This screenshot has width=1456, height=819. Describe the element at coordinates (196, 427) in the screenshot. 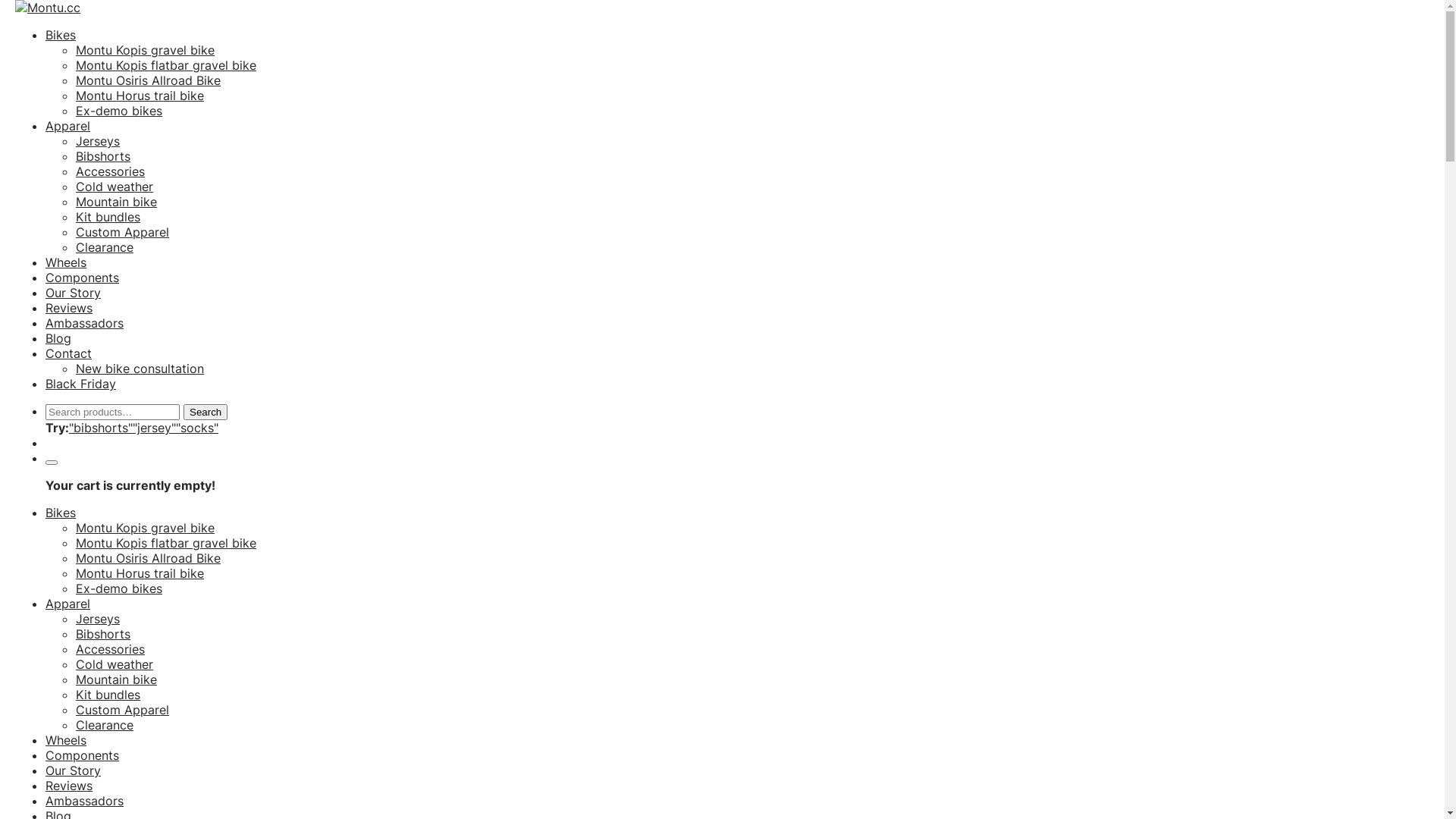

I see `'"socks"'` at that location.